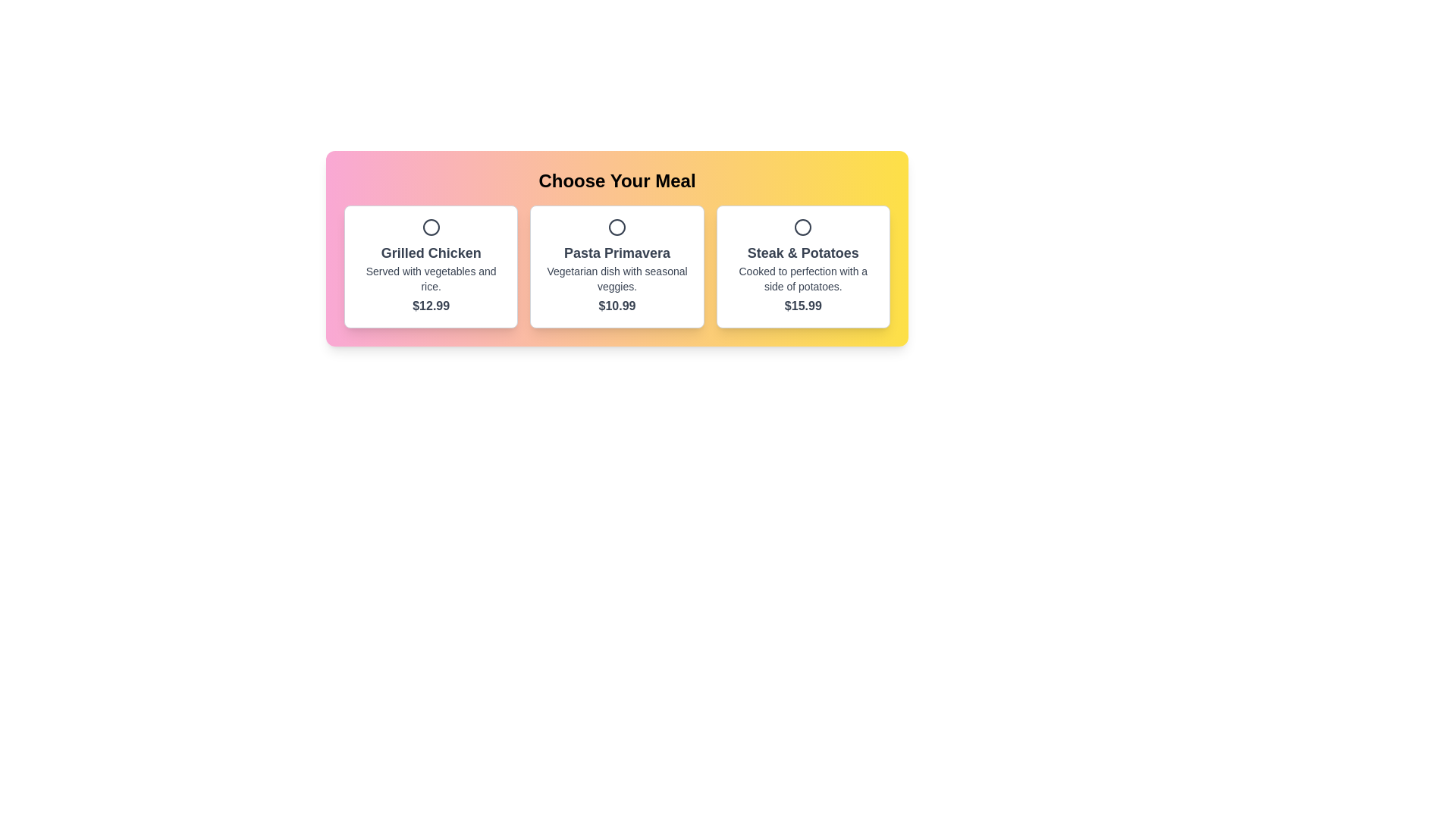 This screenshot has height=819, width=1456. Describe the element at coordinates (430, 306) in the screenshot. I see `the price text label displaying '$12.99' below the description for 'Grilled Chicken' in the leftmost card layout` at that location.